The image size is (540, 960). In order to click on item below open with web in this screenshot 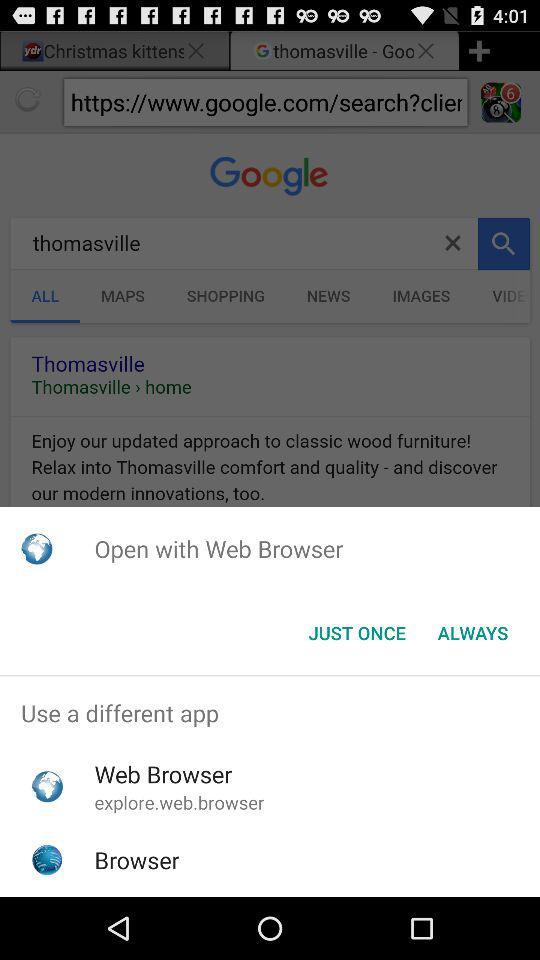, I will do `click(356, 632)`.